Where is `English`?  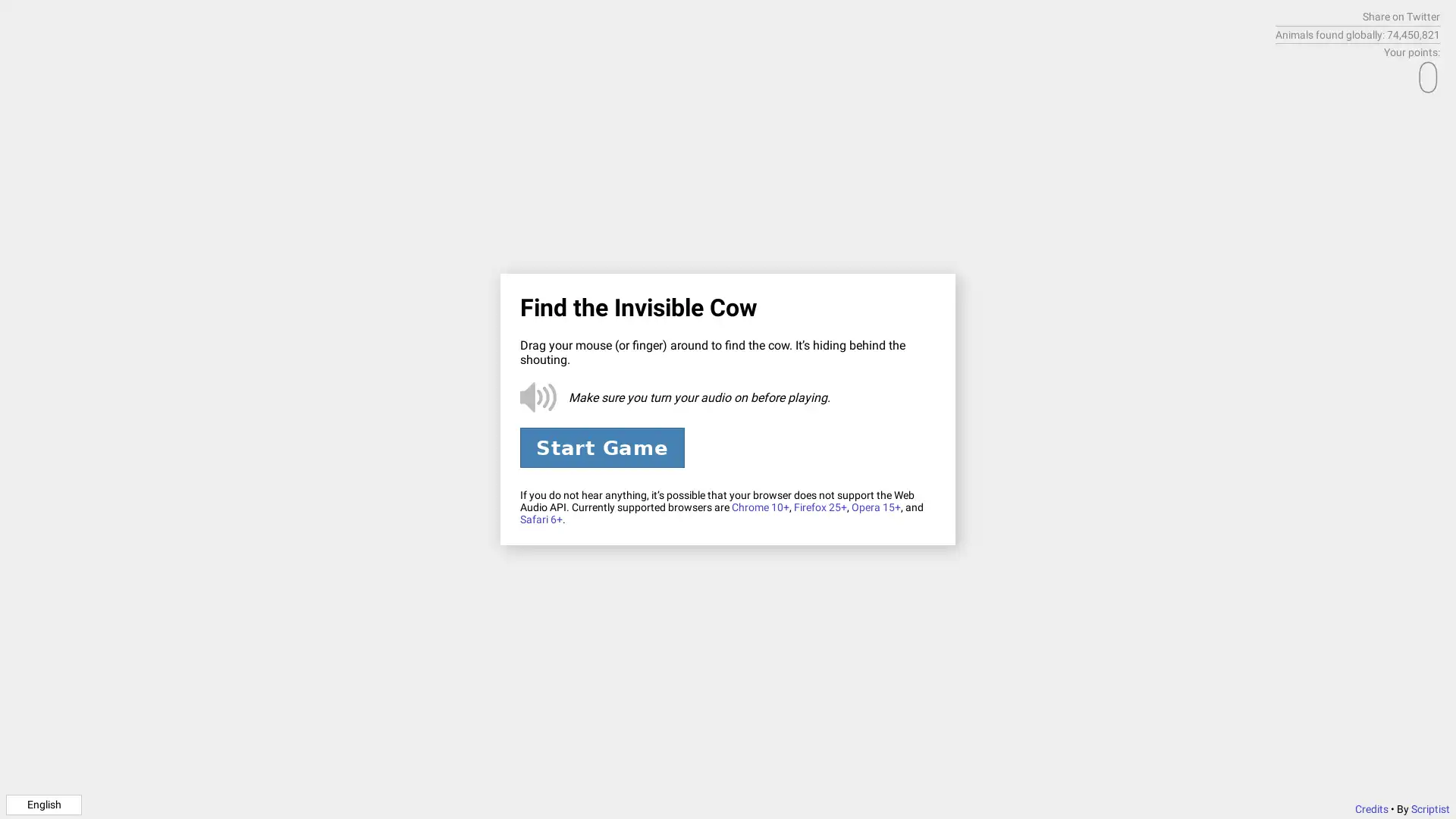 English is located at coordinates (43, 803).